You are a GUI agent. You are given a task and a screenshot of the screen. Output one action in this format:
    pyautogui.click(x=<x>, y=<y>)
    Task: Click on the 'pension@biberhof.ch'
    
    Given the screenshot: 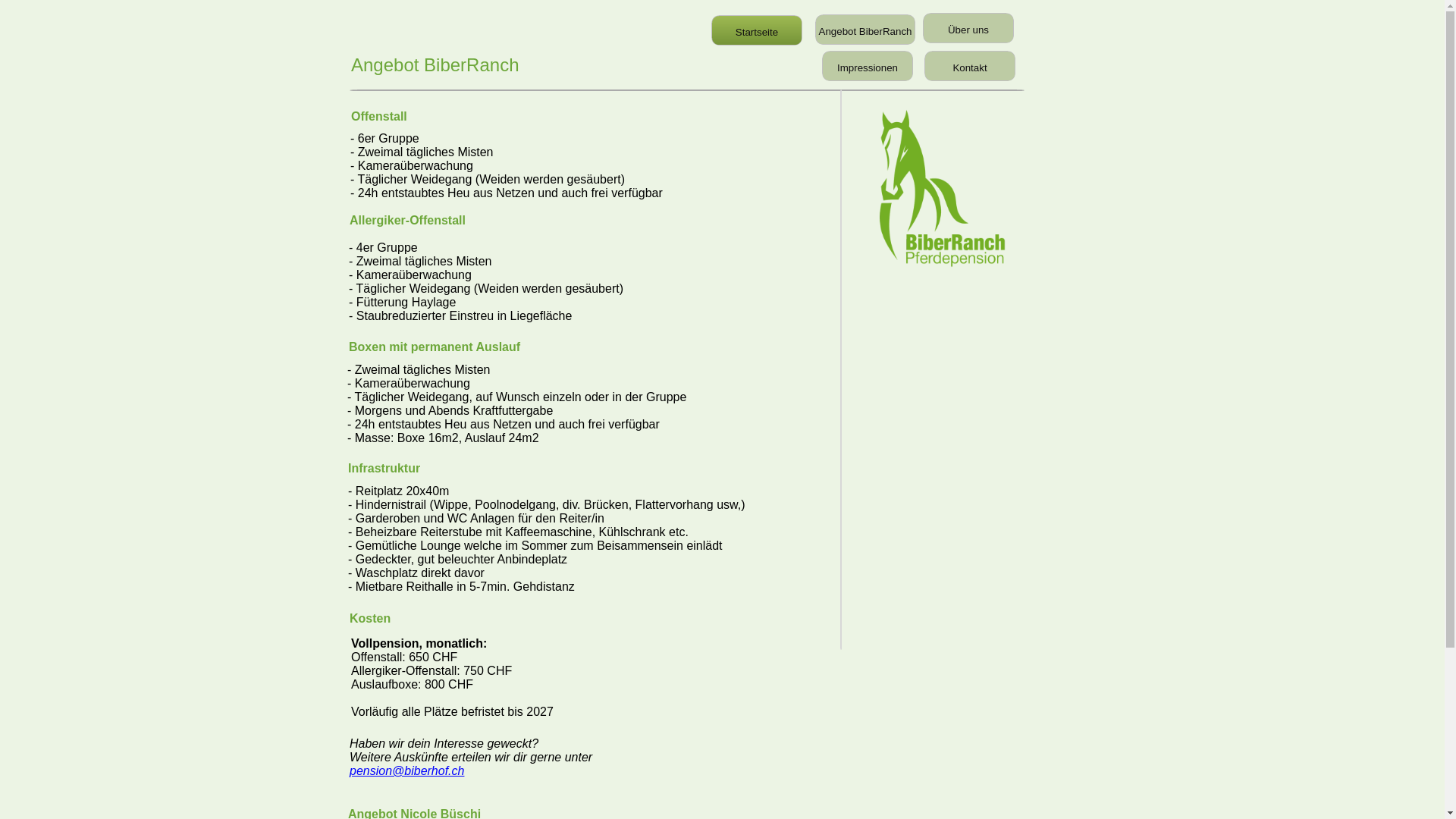 What is the action you would take?
    pyautogui.click(x=406, y=770)
    